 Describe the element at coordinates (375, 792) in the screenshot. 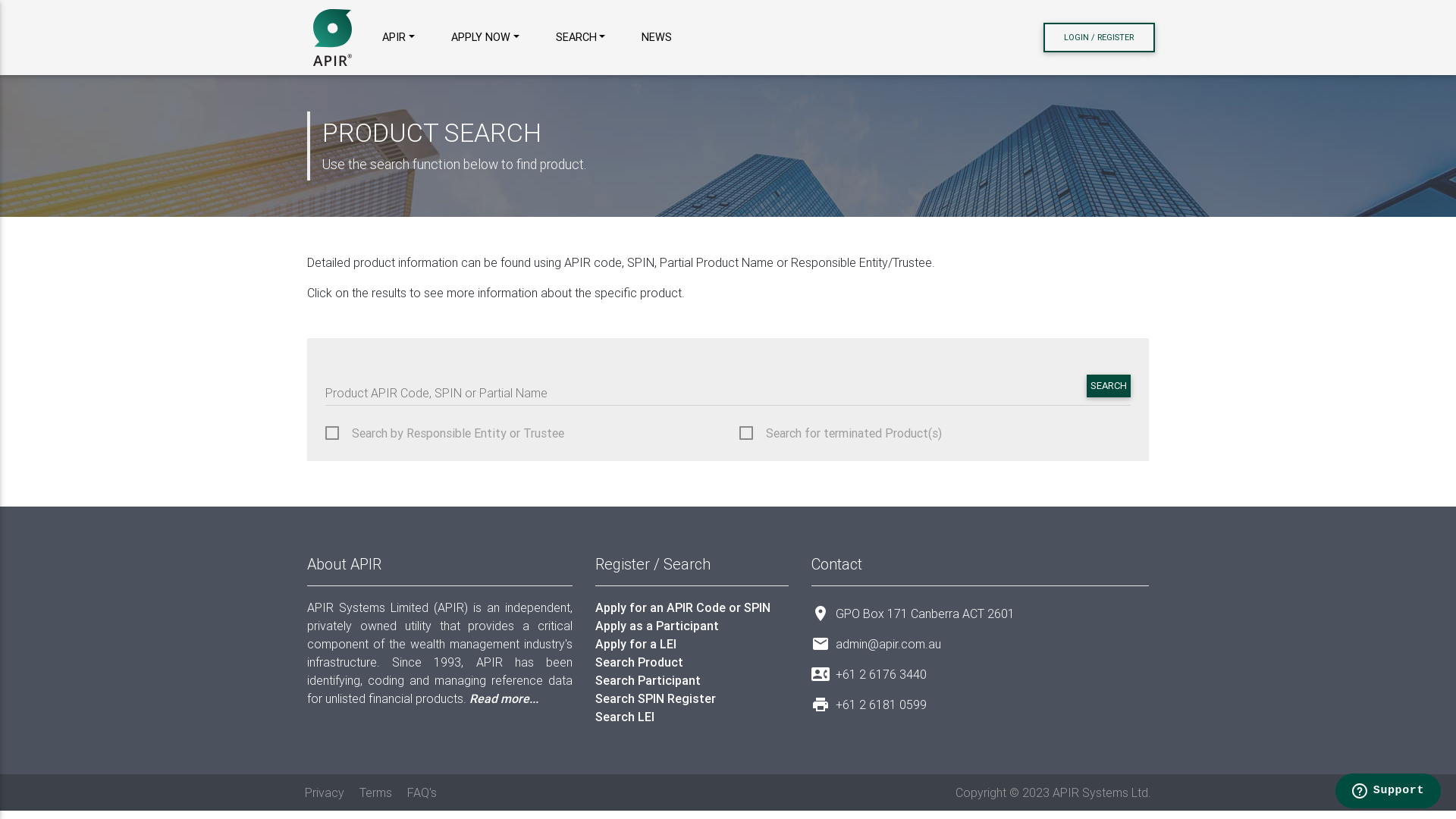

I see `'Terms'` at that location.